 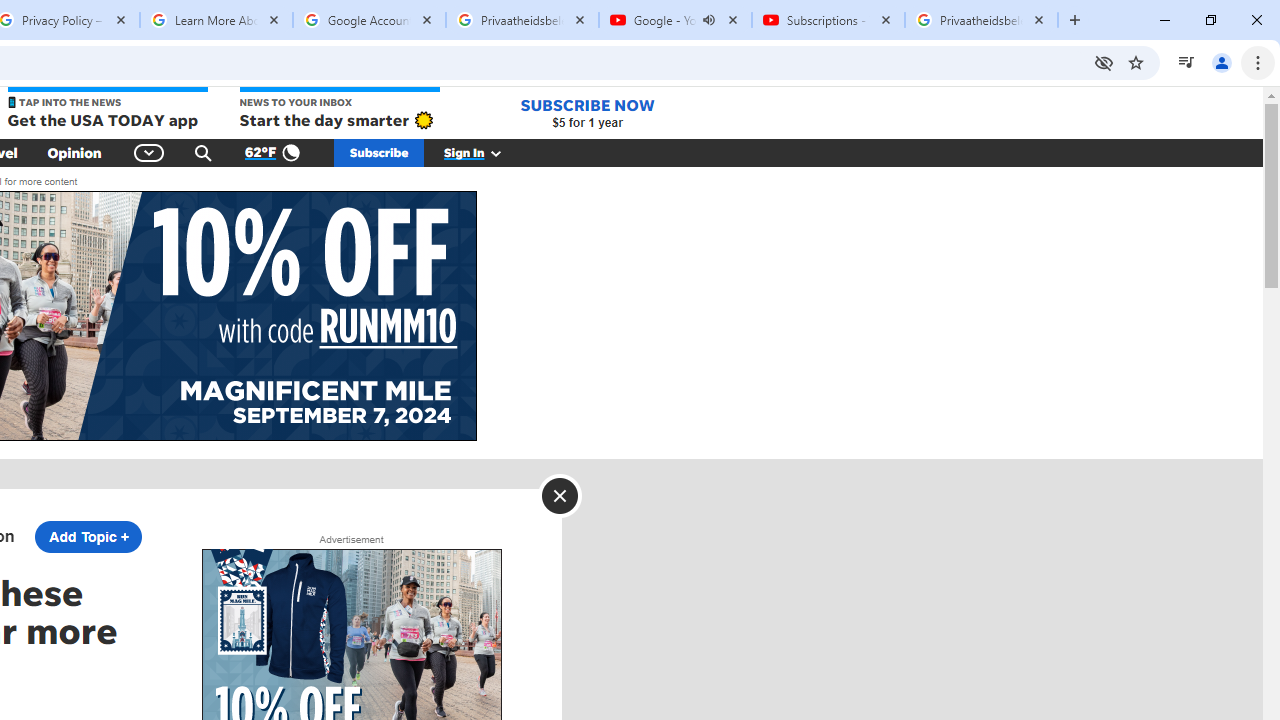 What do you see at coordinates (1074, 20) in the screenshot?
I see `'New Tab'` at bounding box center [1074, 20].